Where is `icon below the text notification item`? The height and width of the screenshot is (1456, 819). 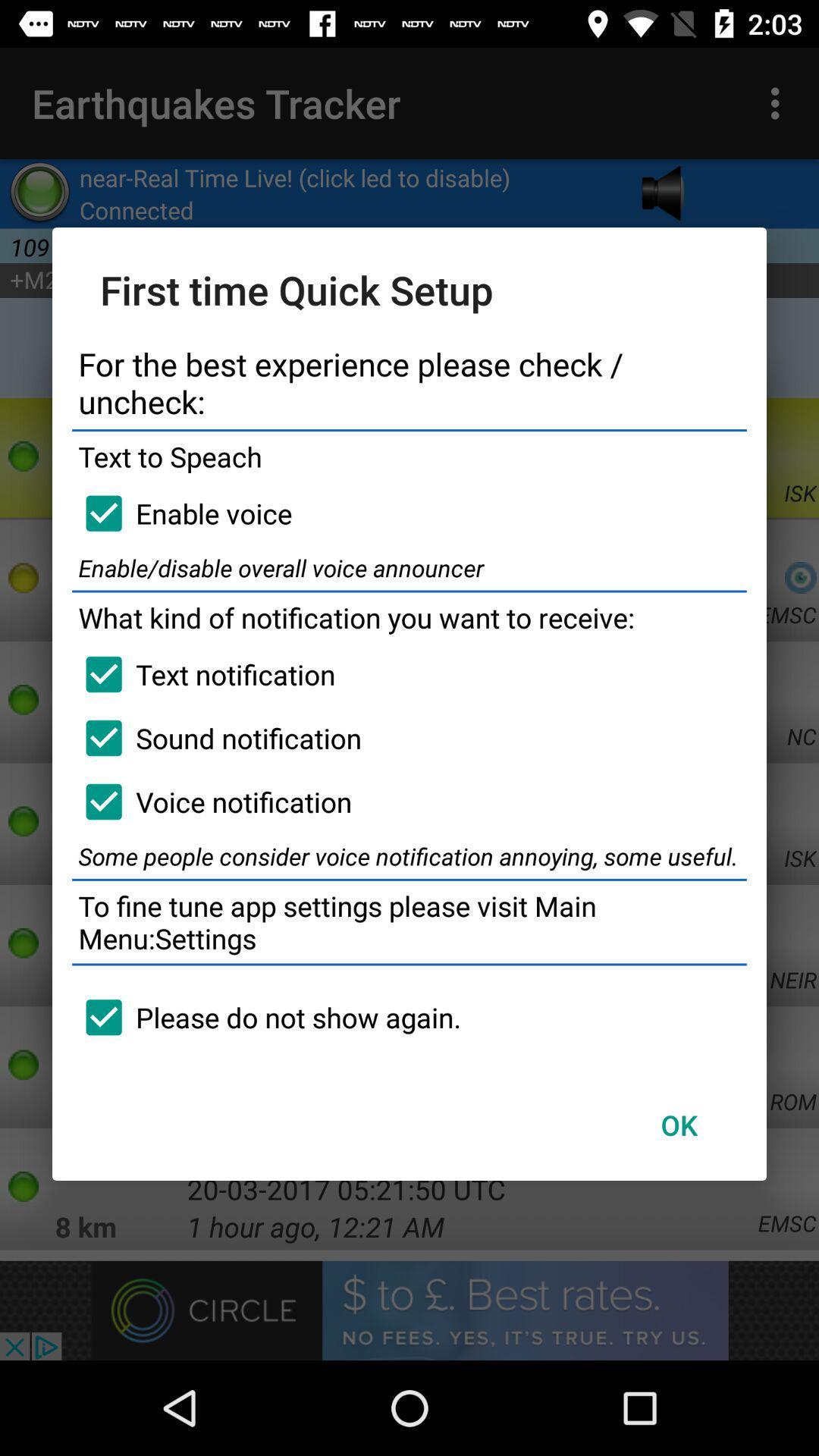
icon below the text notification item is located at coordinates (217, 738).